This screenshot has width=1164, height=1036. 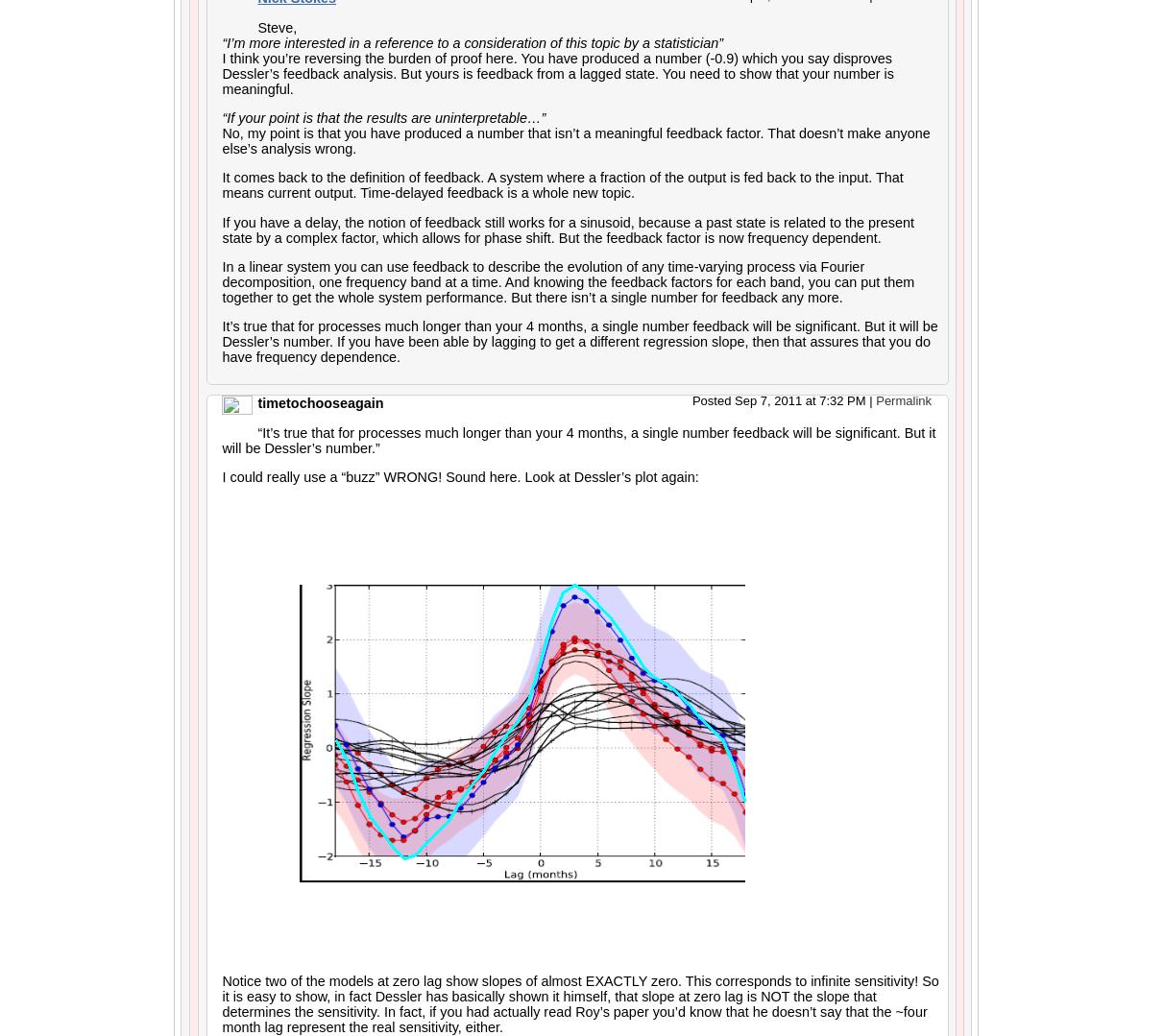 I want to click on 'Posted Sep 7, 2011 at 7:32 PM', so click(x=779, y=399).